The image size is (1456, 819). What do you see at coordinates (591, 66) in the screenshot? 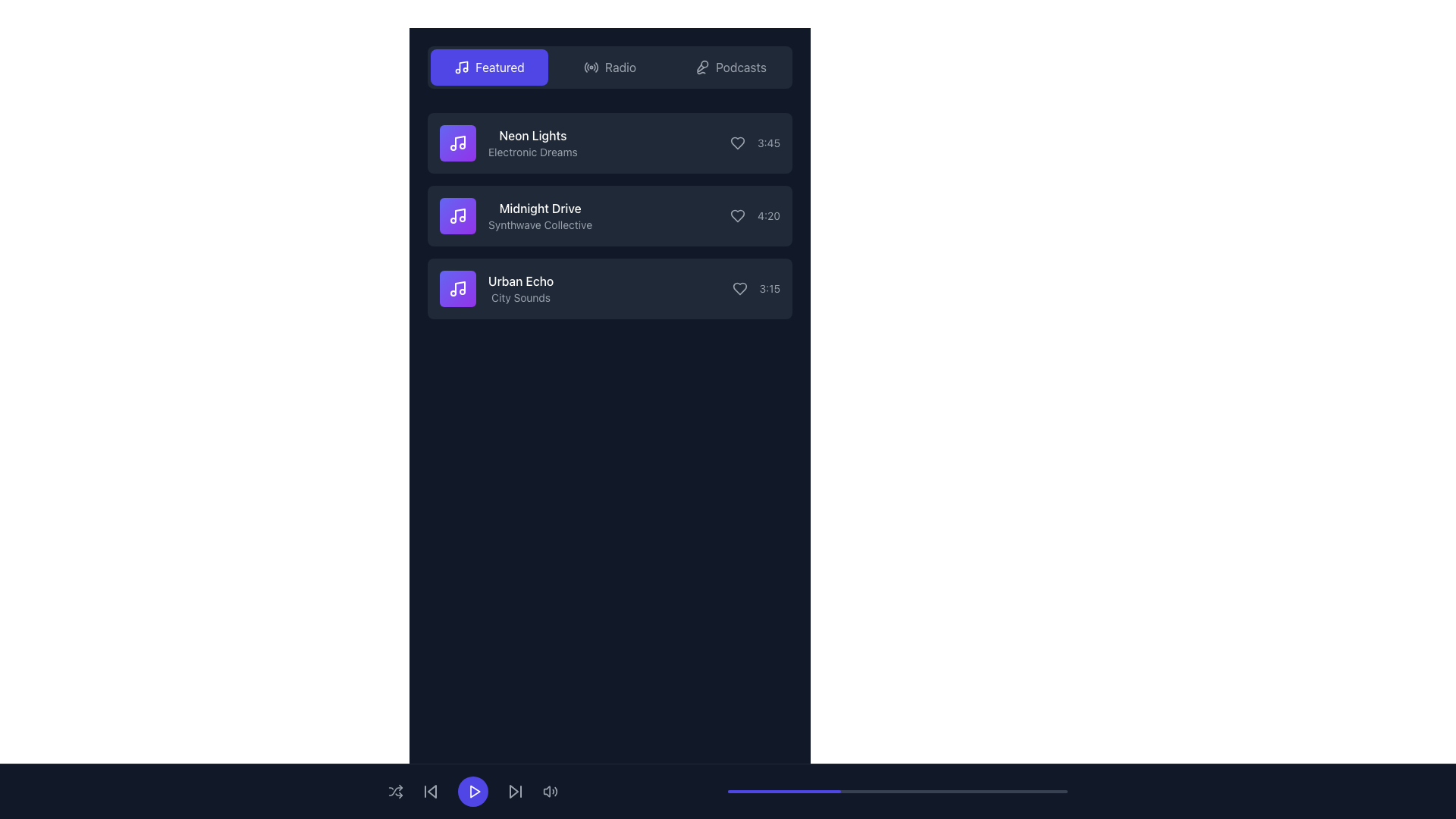
I see `the SVG icon of a circular shape with radiating arcs in the button labeled 'Radio'` at bounding box center [591, 66].